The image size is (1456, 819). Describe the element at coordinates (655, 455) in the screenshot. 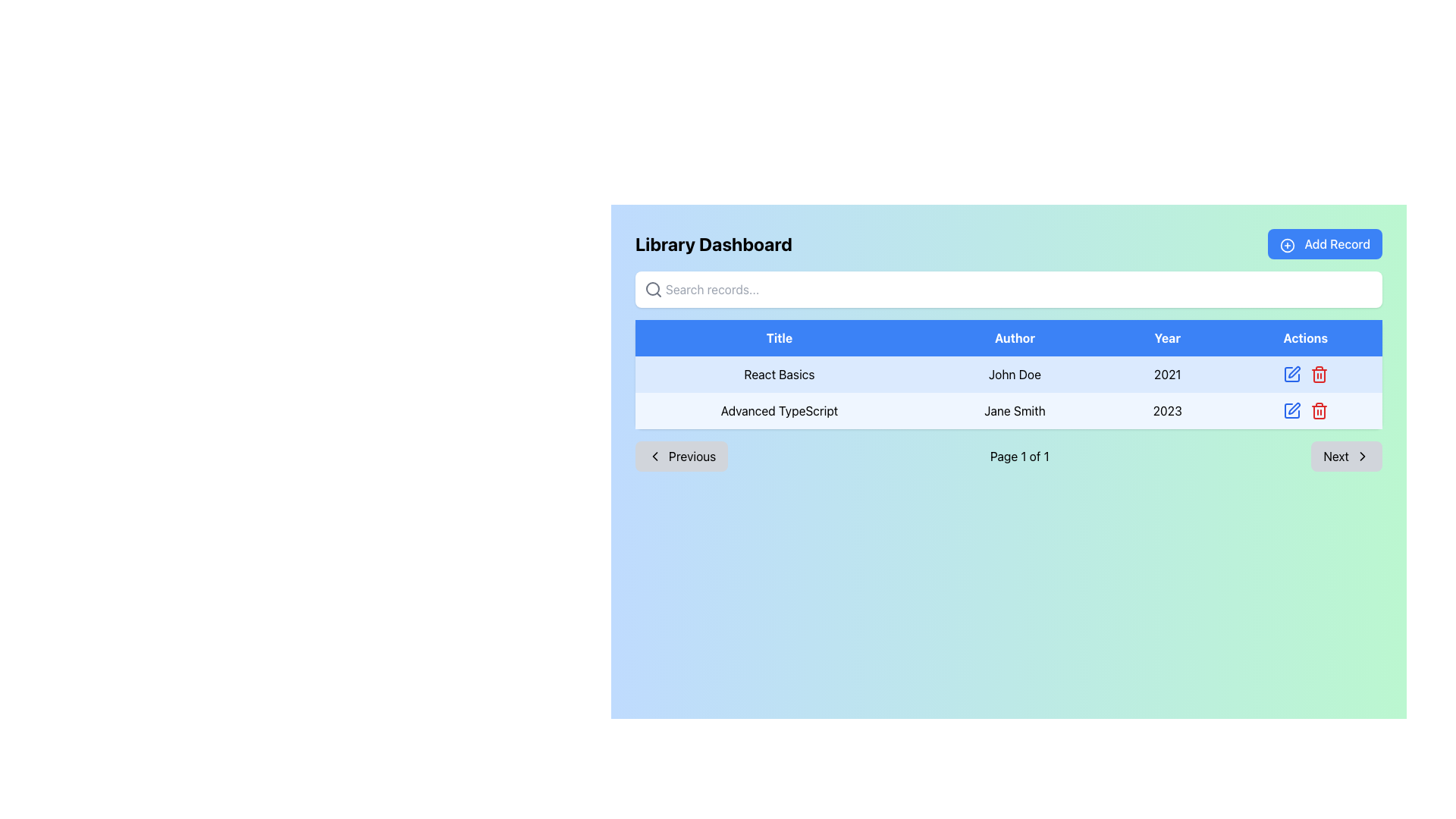

I see `the left-facing chevron icon within the 'Previous' button` at that location.